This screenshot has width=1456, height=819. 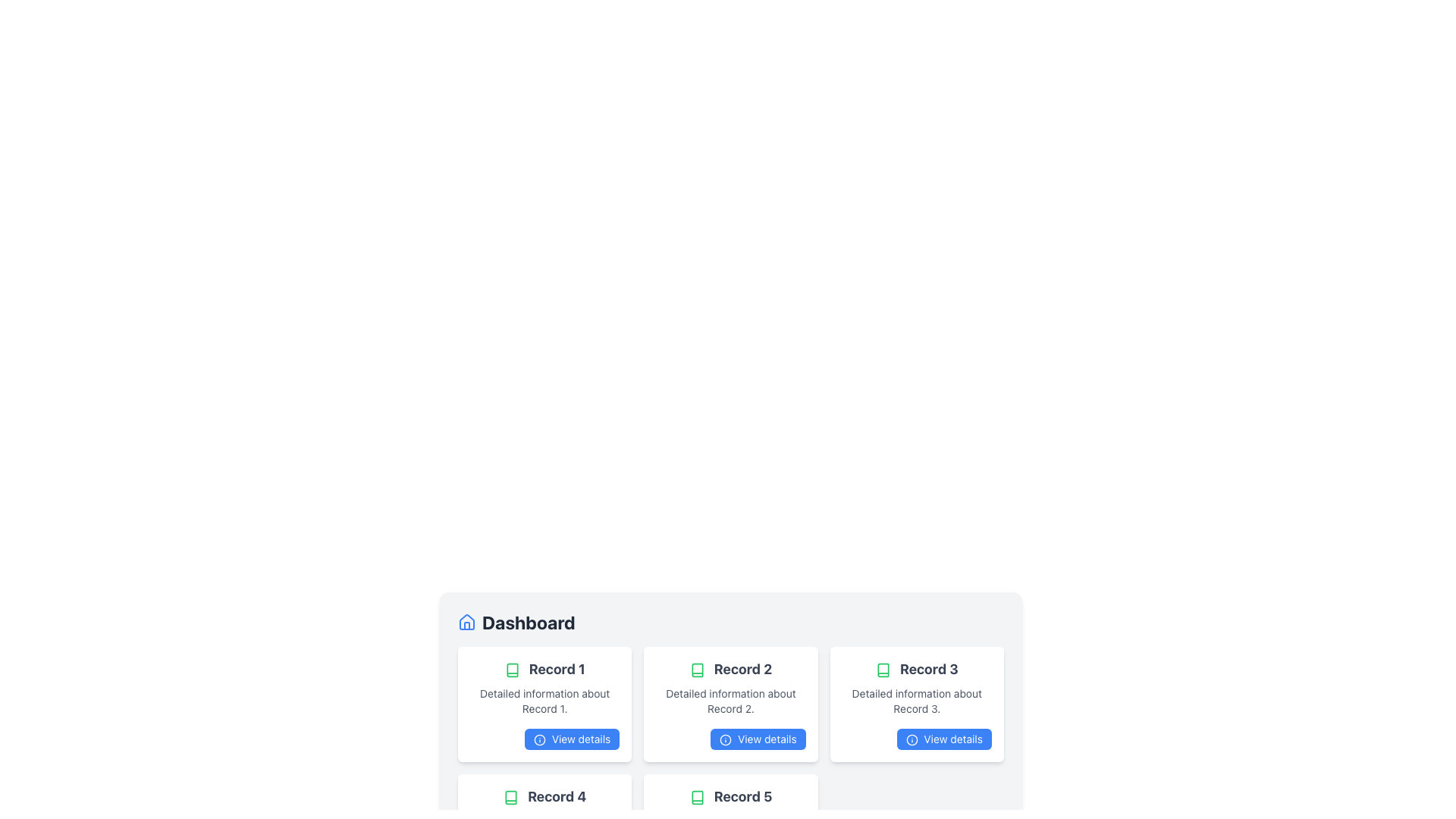 I want to click on the 'View details' button with a blue background and white text, located in the 'Record 2' card, to provide visual feedback, so click(x=731, y=739).